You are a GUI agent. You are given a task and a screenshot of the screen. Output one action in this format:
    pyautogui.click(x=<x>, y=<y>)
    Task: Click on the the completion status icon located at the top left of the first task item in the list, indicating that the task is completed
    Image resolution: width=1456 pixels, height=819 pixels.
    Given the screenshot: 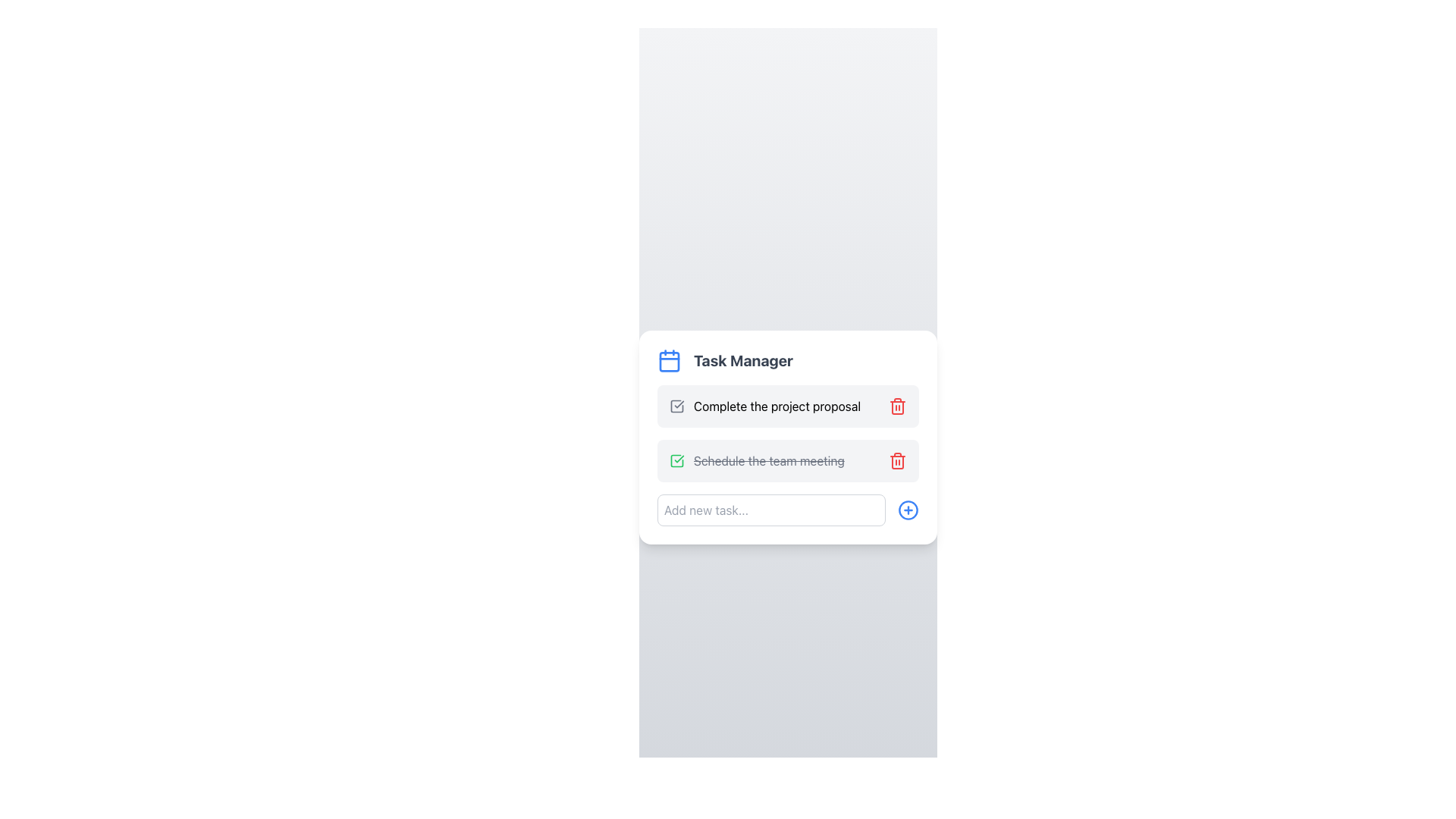 What is the action you would take?
    pyautogui.click(x=676, y=460)
    